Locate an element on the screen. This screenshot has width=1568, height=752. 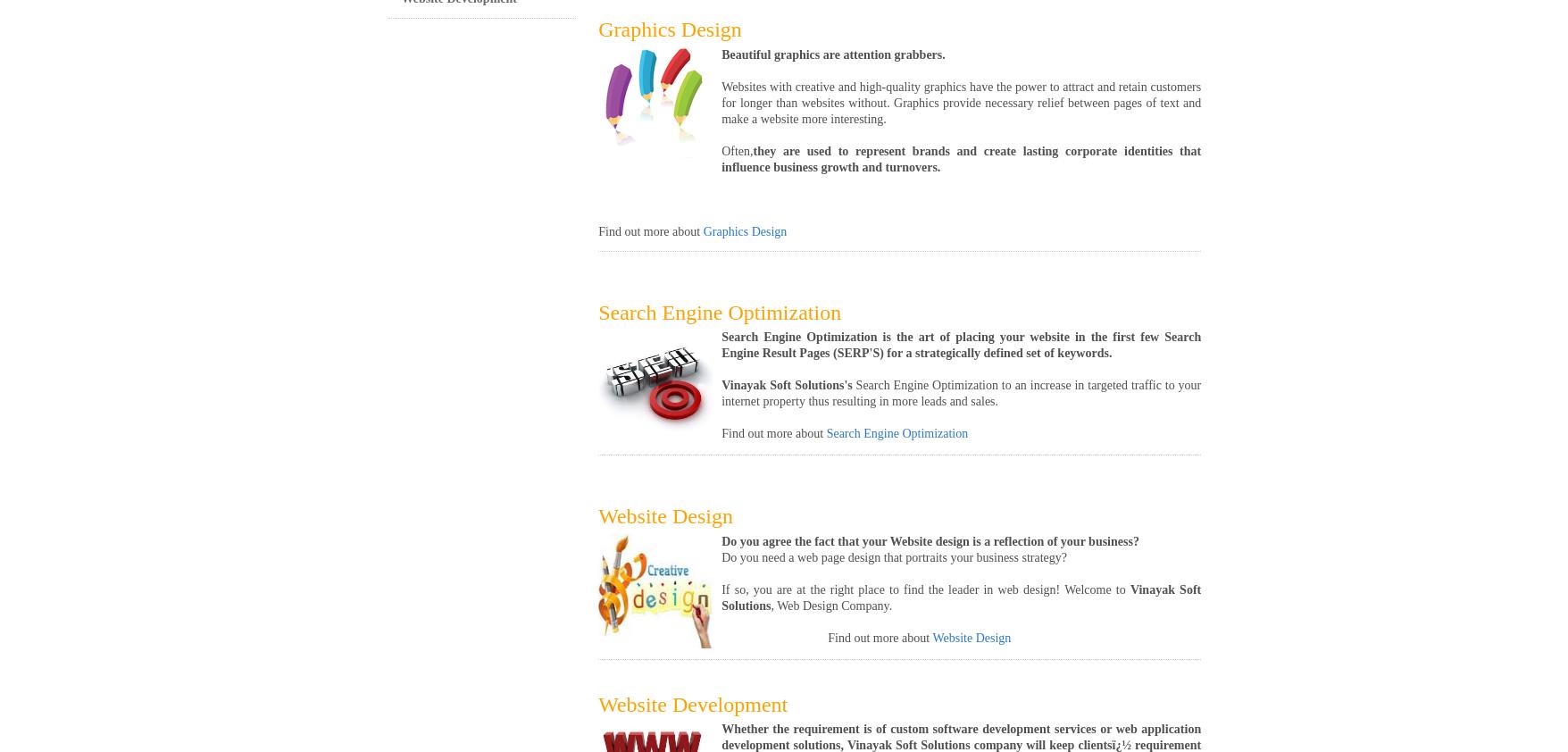
'Do you need a web page design that portraits your business strategy?' is located at coordinates (893, 556).